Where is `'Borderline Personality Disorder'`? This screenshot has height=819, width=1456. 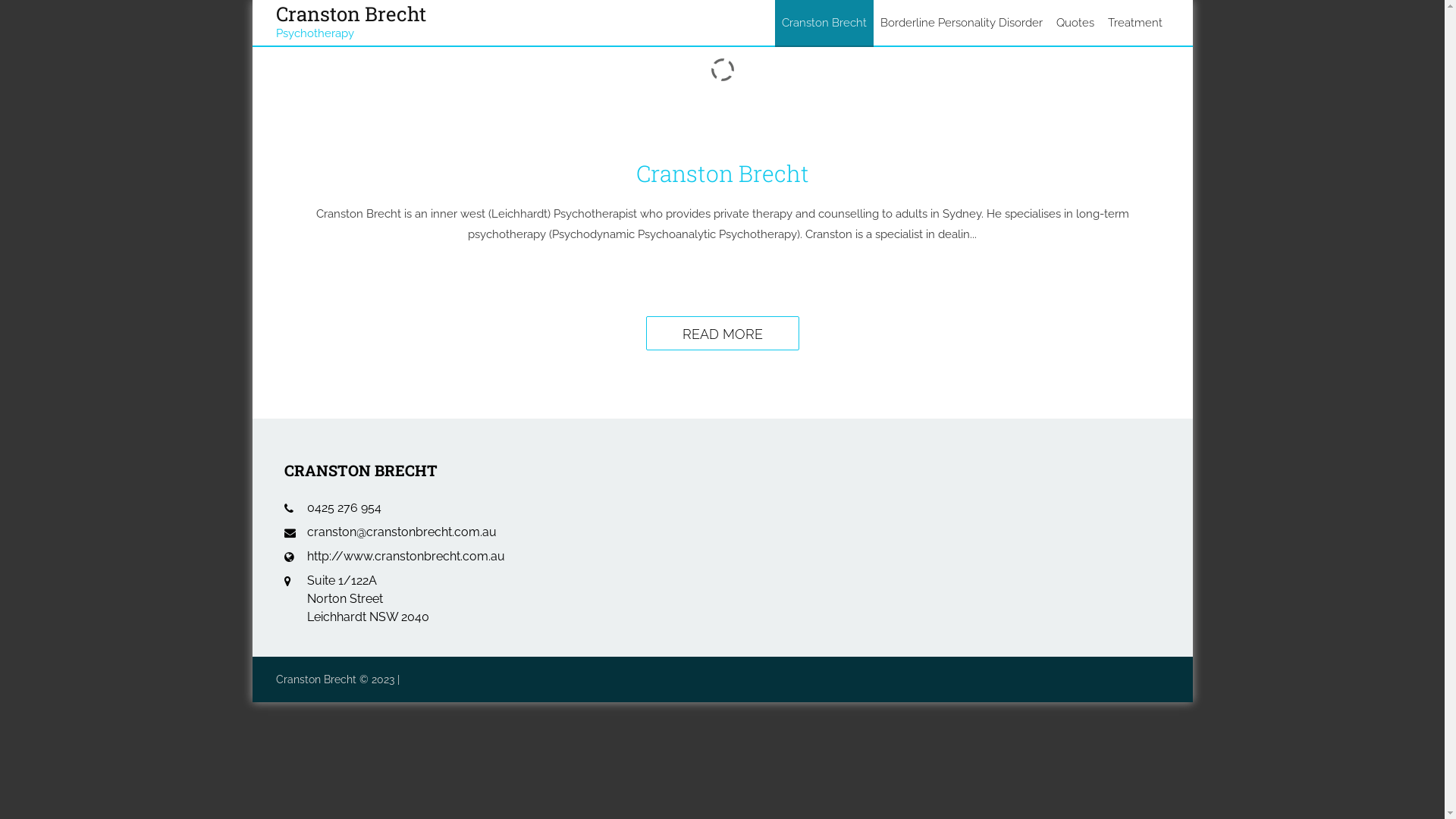
'Borderline Personality Disorder' is located at coordinates (960, 23).